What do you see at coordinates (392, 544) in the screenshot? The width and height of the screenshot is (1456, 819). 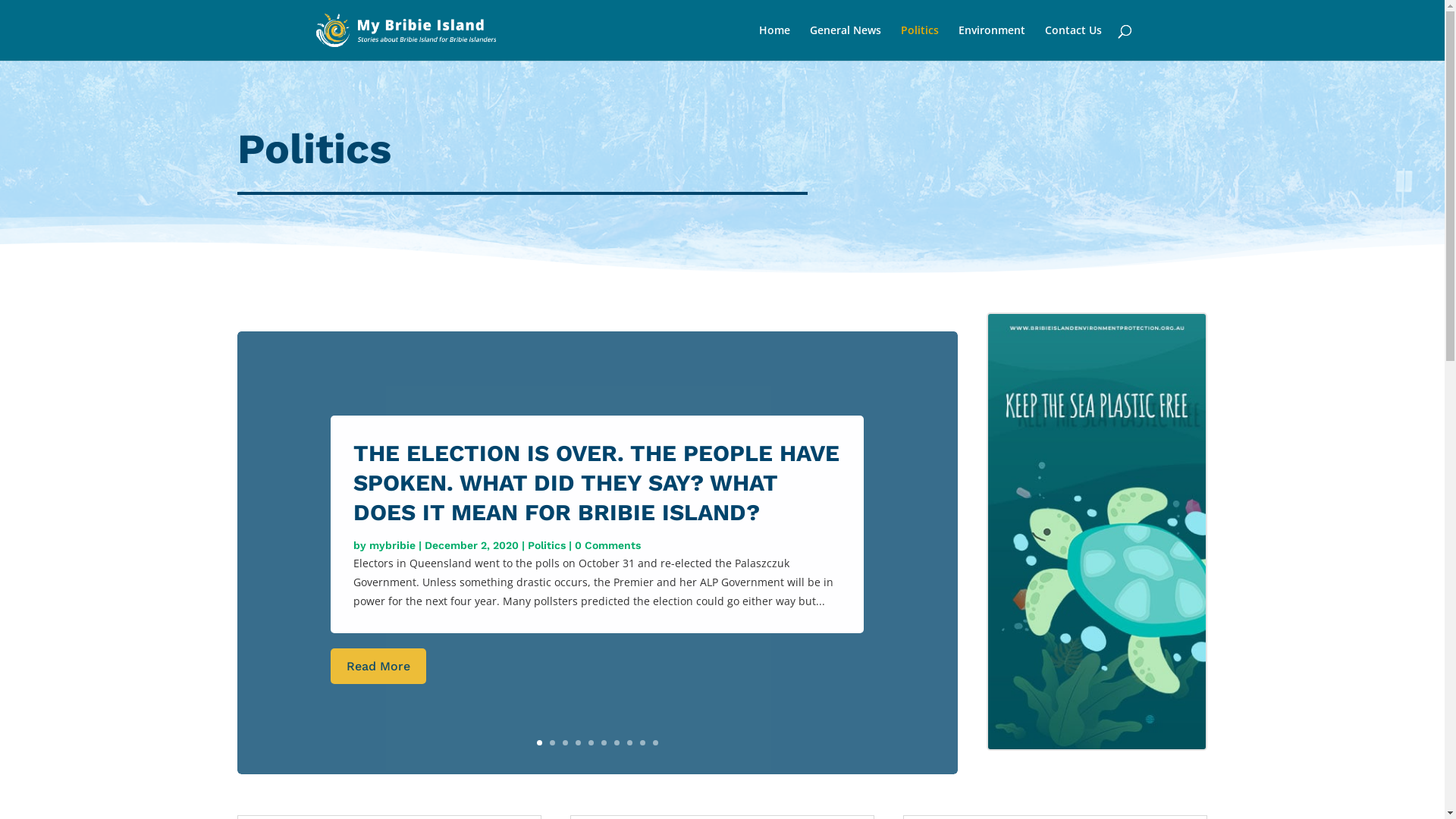 I see `'mybribie'` at bounding box center [392, 544].